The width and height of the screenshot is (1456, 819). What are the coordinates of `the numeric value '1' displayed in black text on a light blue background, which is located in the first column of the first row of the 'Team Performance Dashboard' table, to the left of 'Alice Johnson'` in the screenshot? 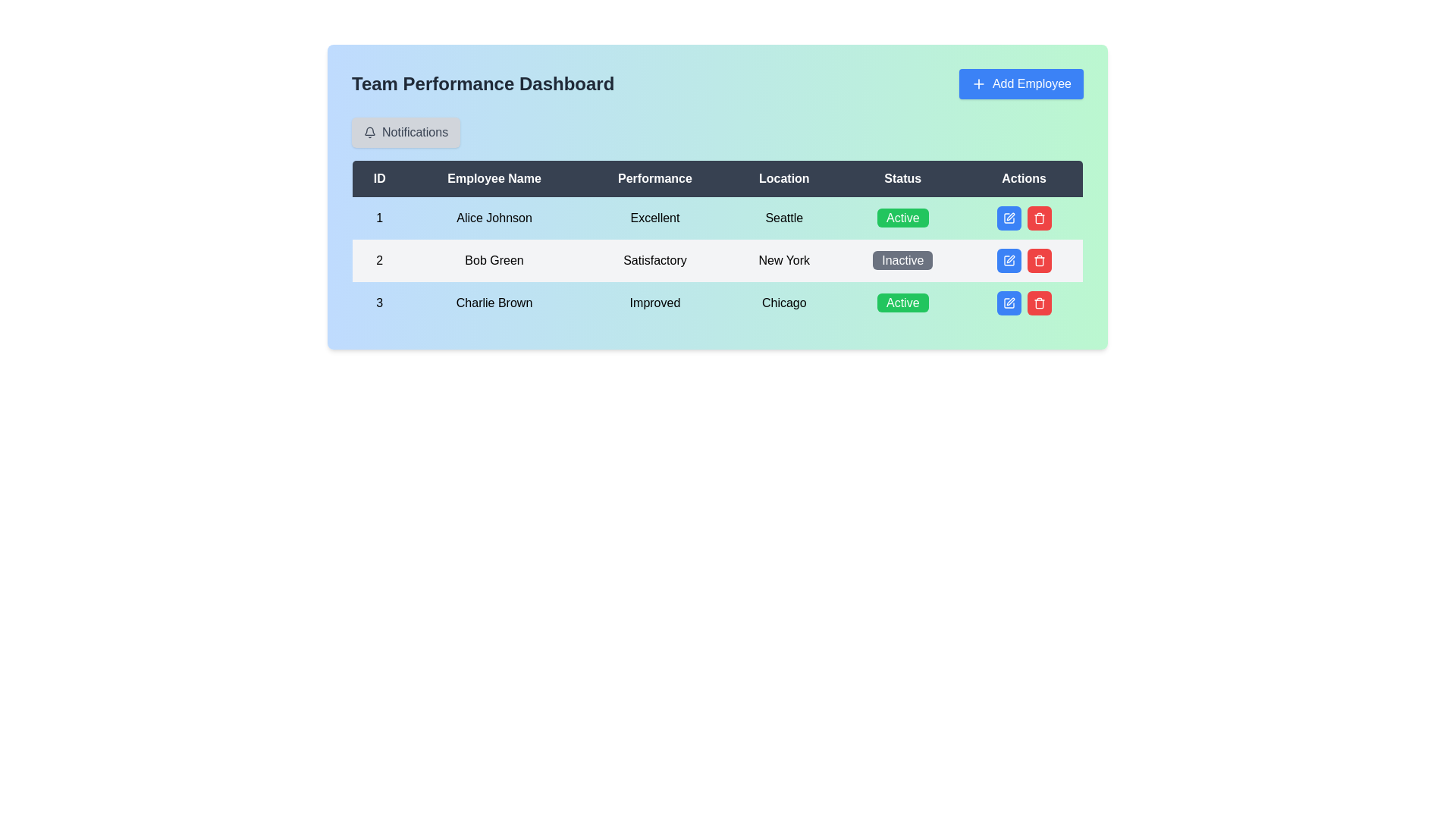 It's located at (379, 218).